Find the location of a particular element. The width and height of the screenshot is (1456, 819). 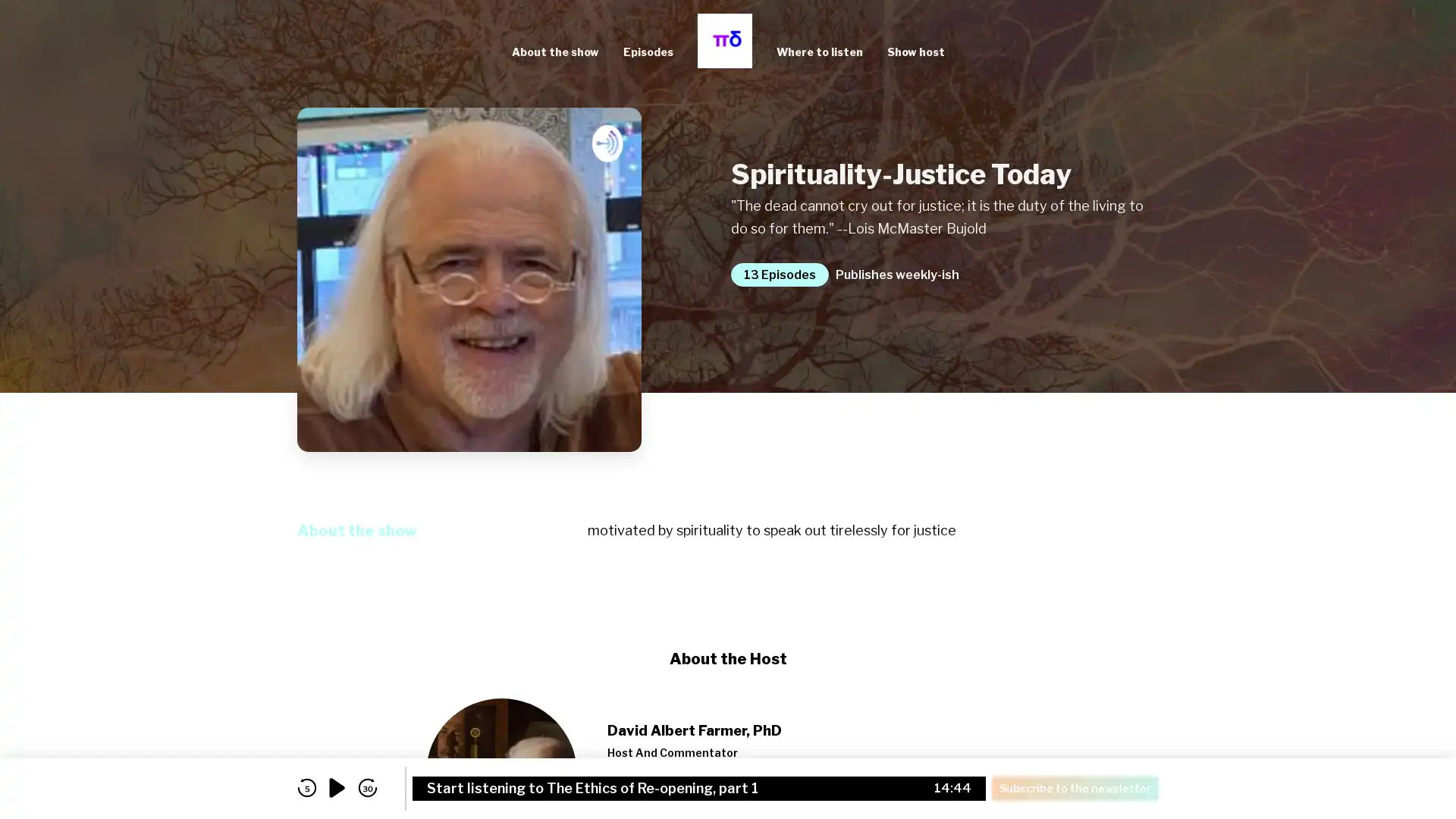

skip forward 30 seconds is located at coordinates (367, 787).